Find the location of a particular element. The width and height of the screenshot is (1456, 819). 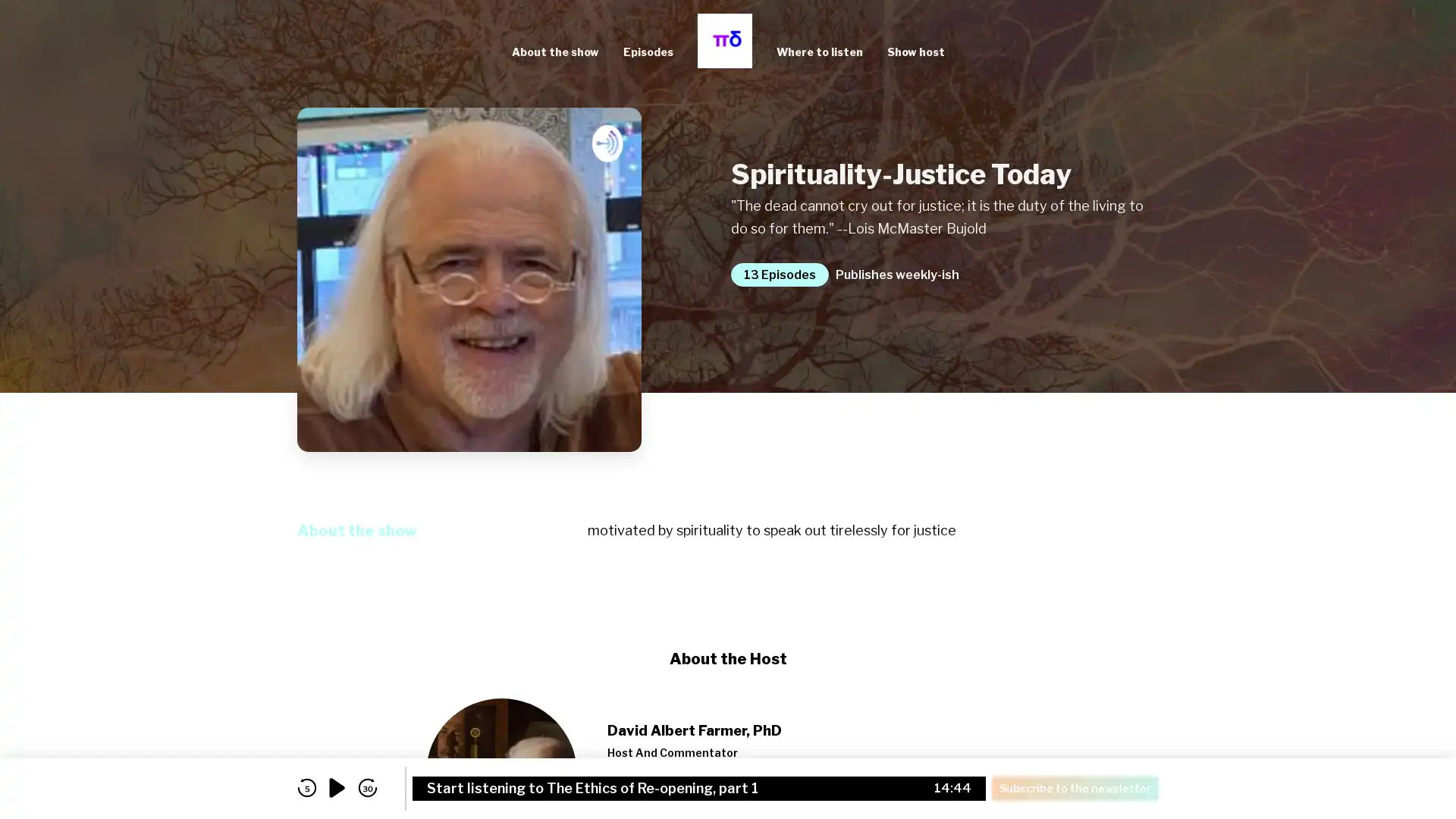

skip forward 30 seconds is located at coordinates (367, 787).